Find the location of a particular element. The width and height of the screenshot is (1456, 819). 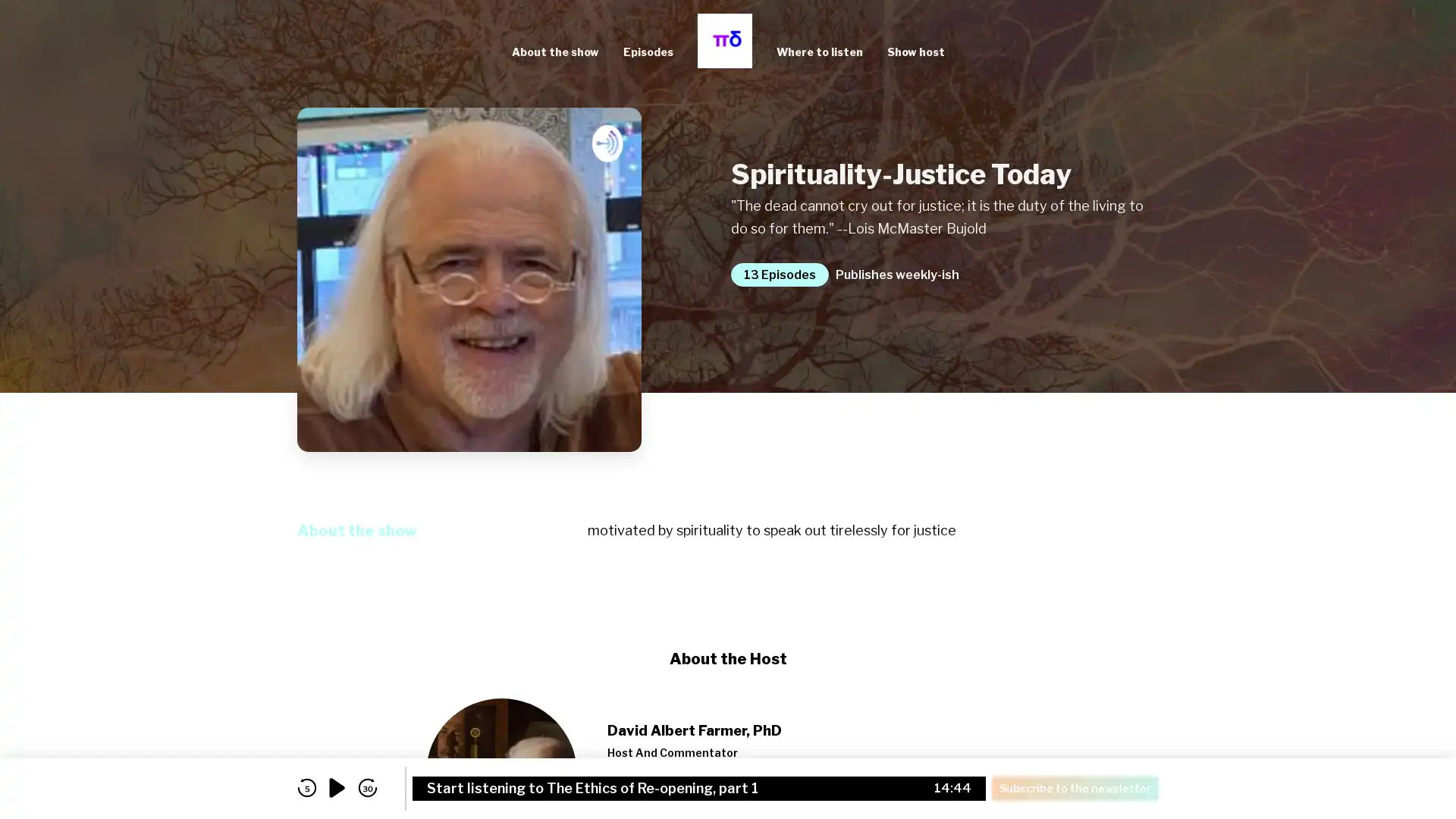

skip forward 30 seconds is located at coordinates (367, 787).